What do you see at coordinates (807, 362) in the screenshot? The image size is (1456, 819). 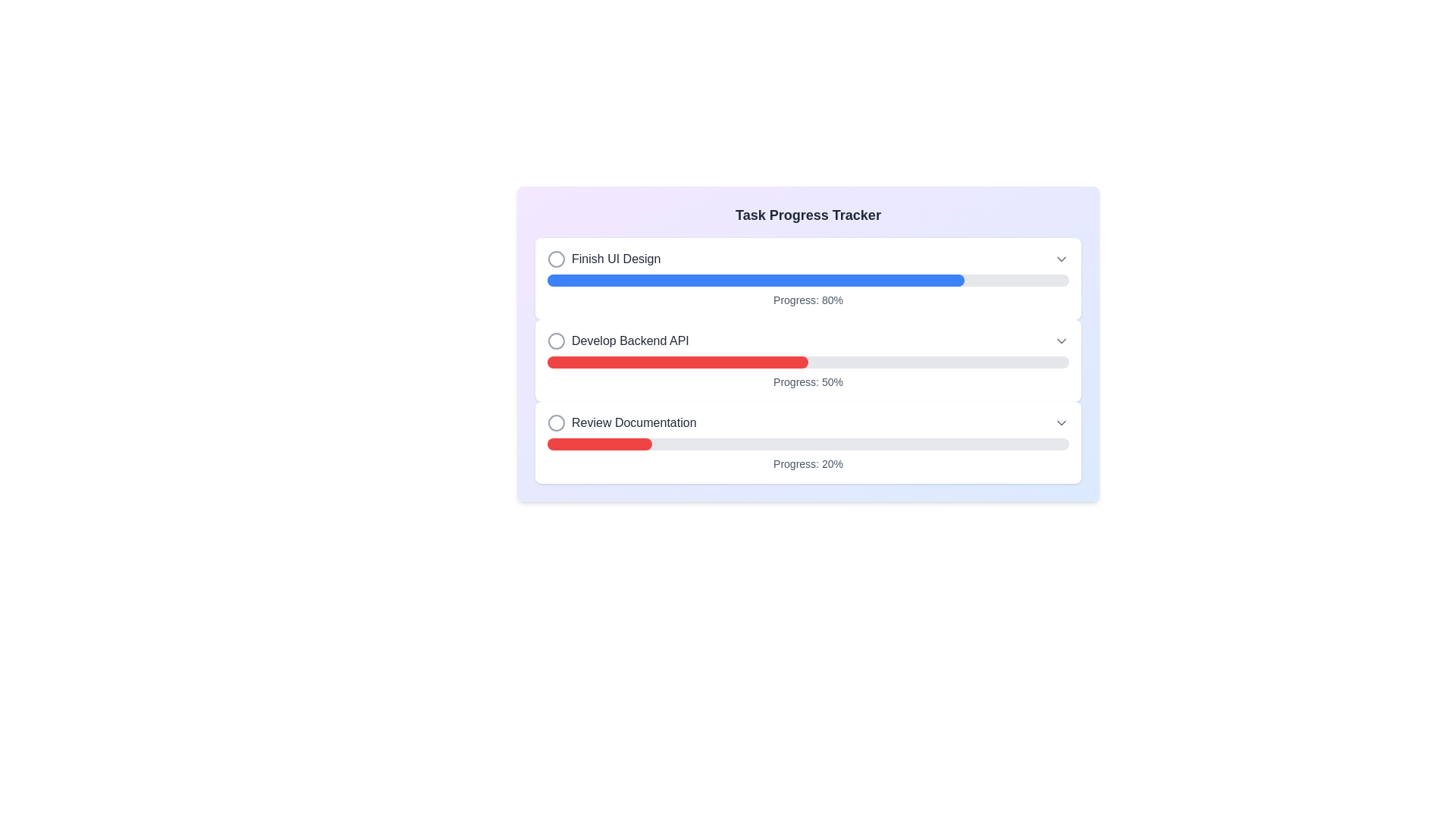 I see `the progress bar indicating 50% completion within the 'Develop Backend API' task section of the task progress tracker interface` at bounding box center [807, 362].